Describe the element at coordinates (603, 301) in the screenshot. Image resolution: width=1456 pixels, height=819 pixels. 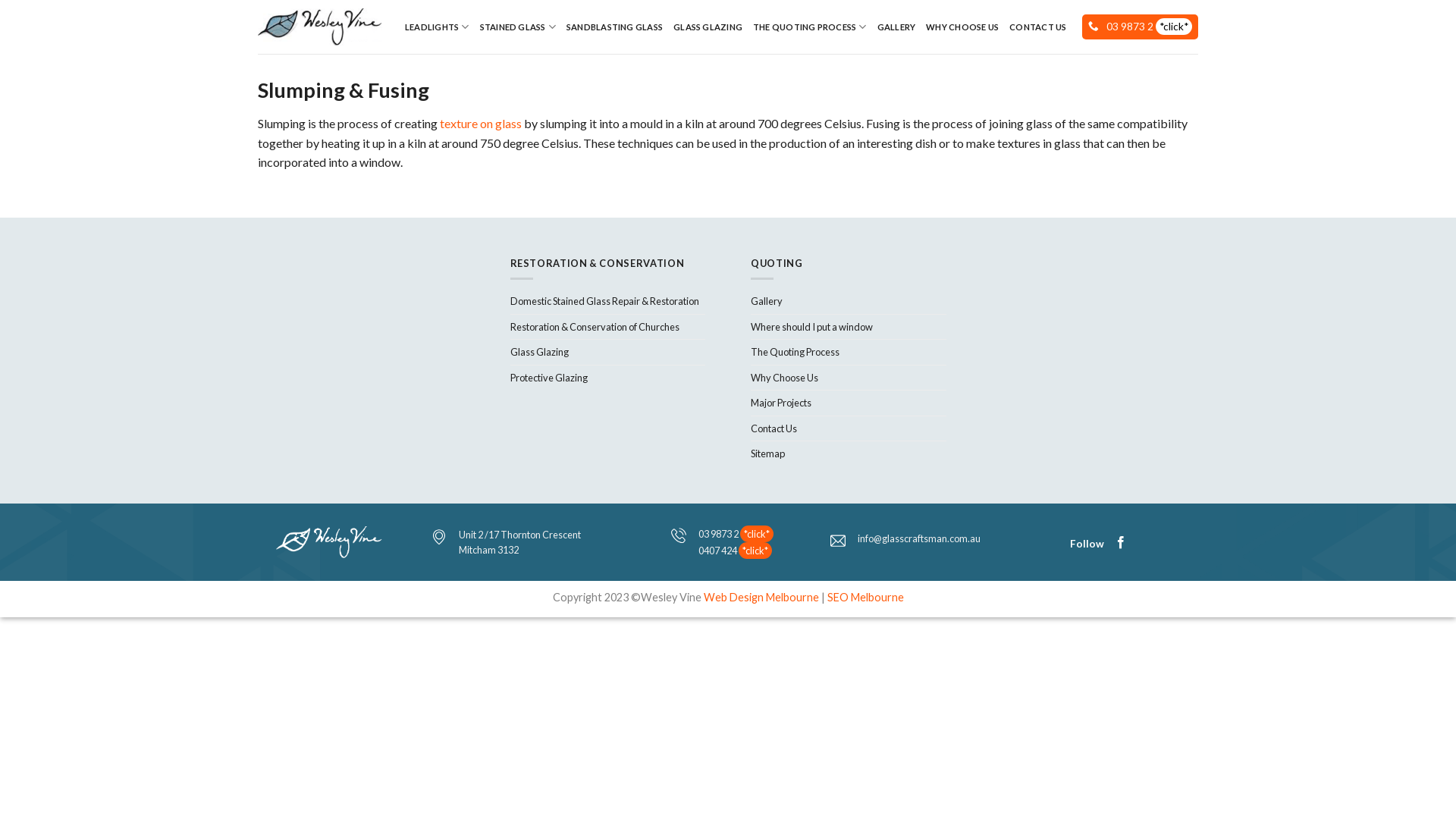
I see `'Domestic Stained Glass Repair & Restoration'` at that location.